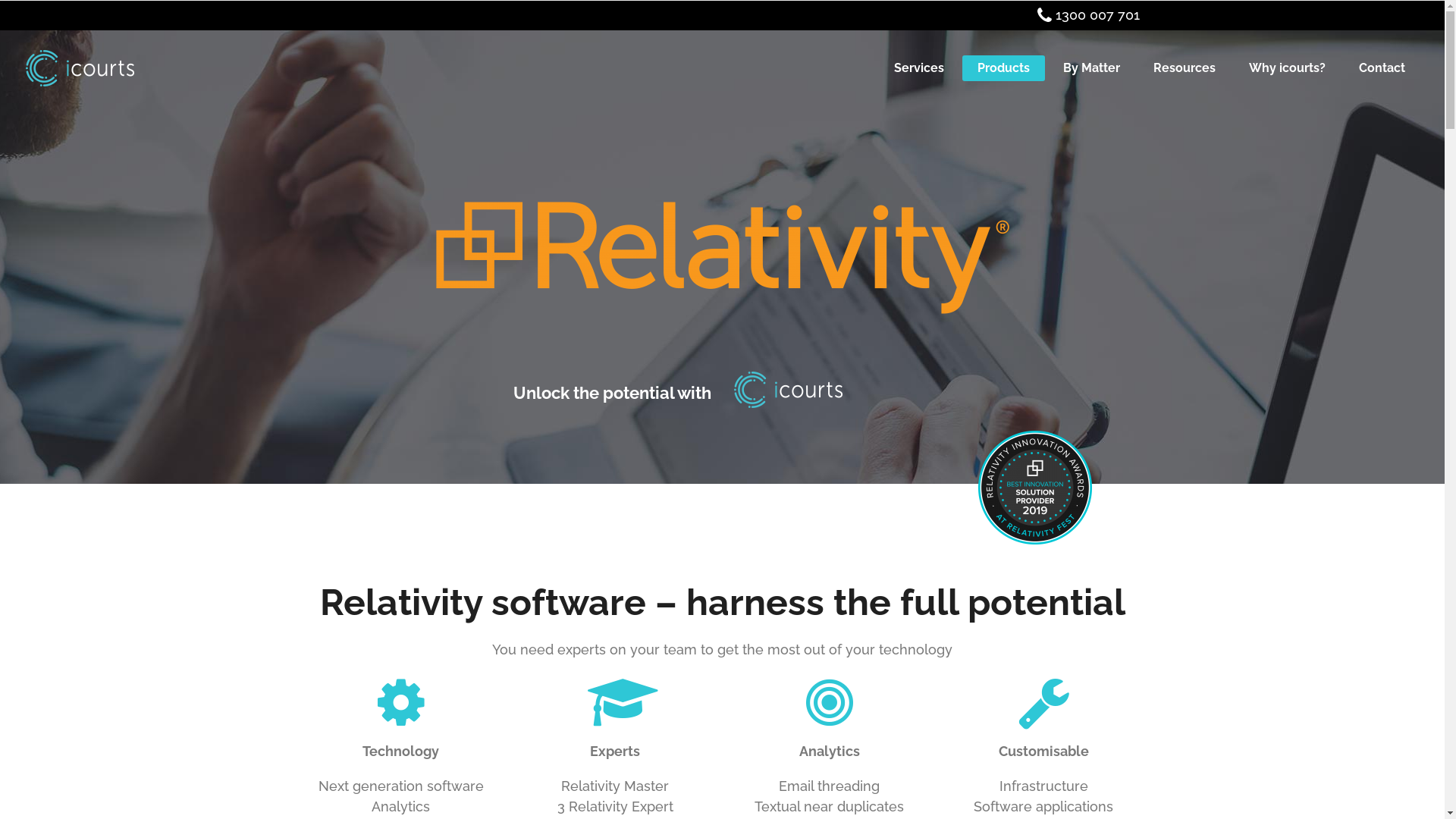  I want to click on '1300 007 701', so click(1055, 14).